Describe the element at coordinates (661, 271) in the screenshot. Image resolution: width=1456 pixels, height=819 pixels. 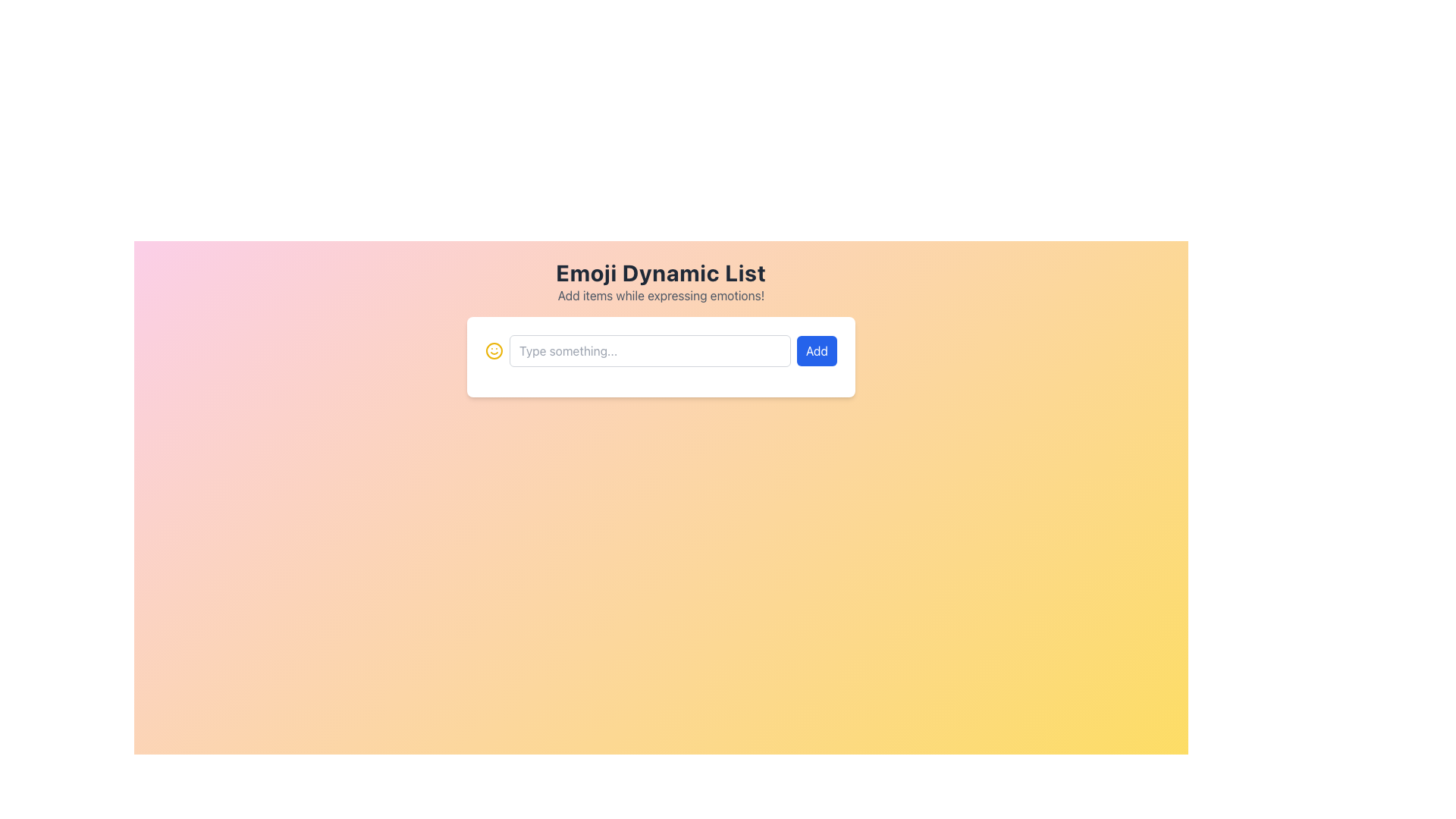
I see `the large, bold text label reading 'Emoji Dynamic List', which is centrally positioned at the top of the interface, above the smaller text 'Add items while expressing emotions!'` at that location.